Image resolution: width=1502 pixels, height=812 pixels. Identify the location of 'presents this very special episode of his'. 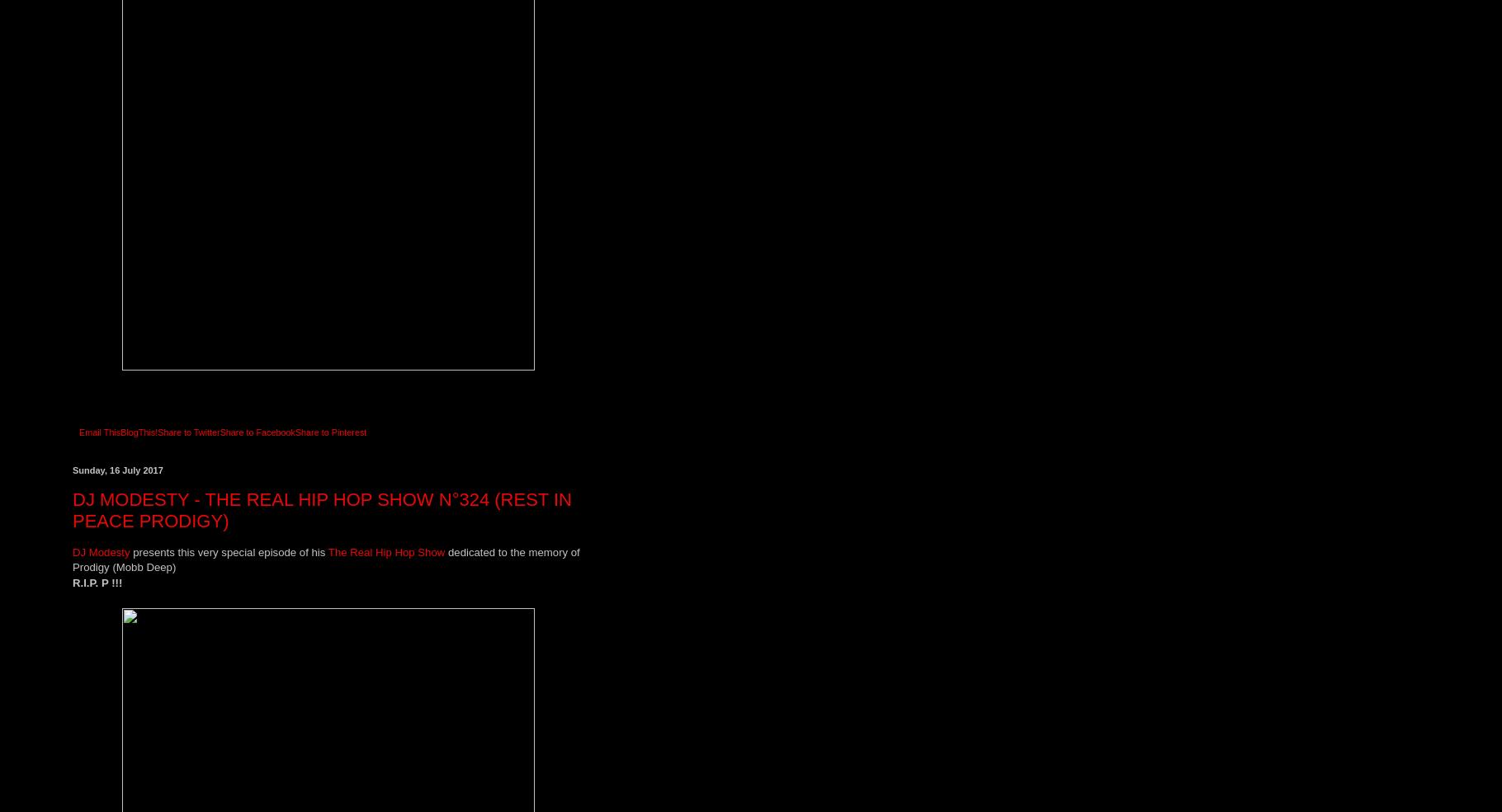
(229, 551).